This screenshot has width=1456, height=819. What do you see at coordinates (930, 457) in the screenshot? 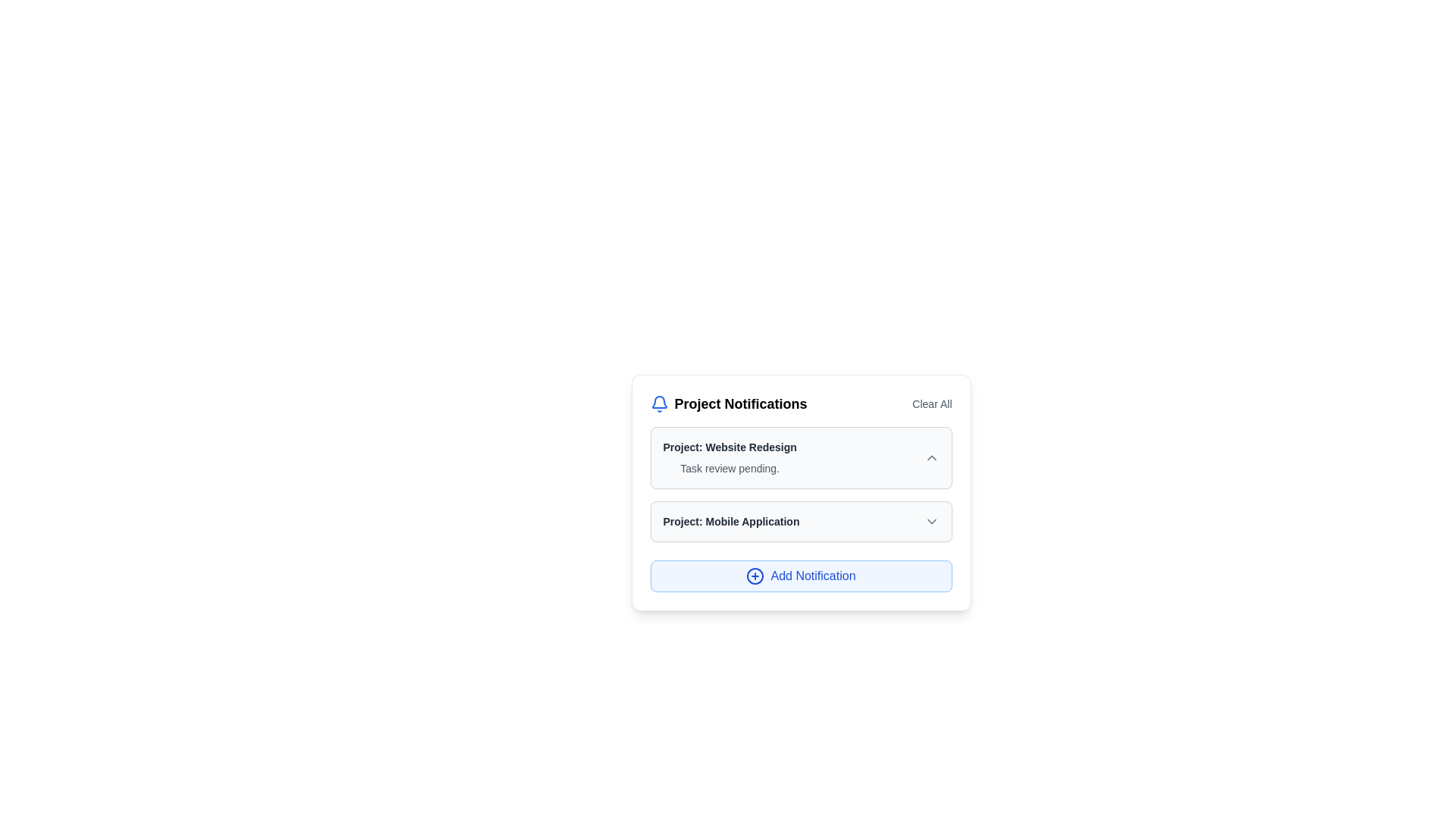
I see `the icon button located at the upper right corner of the 'Project: Website Redesign' notification block to change its shade` at bounding box center [930, 457].